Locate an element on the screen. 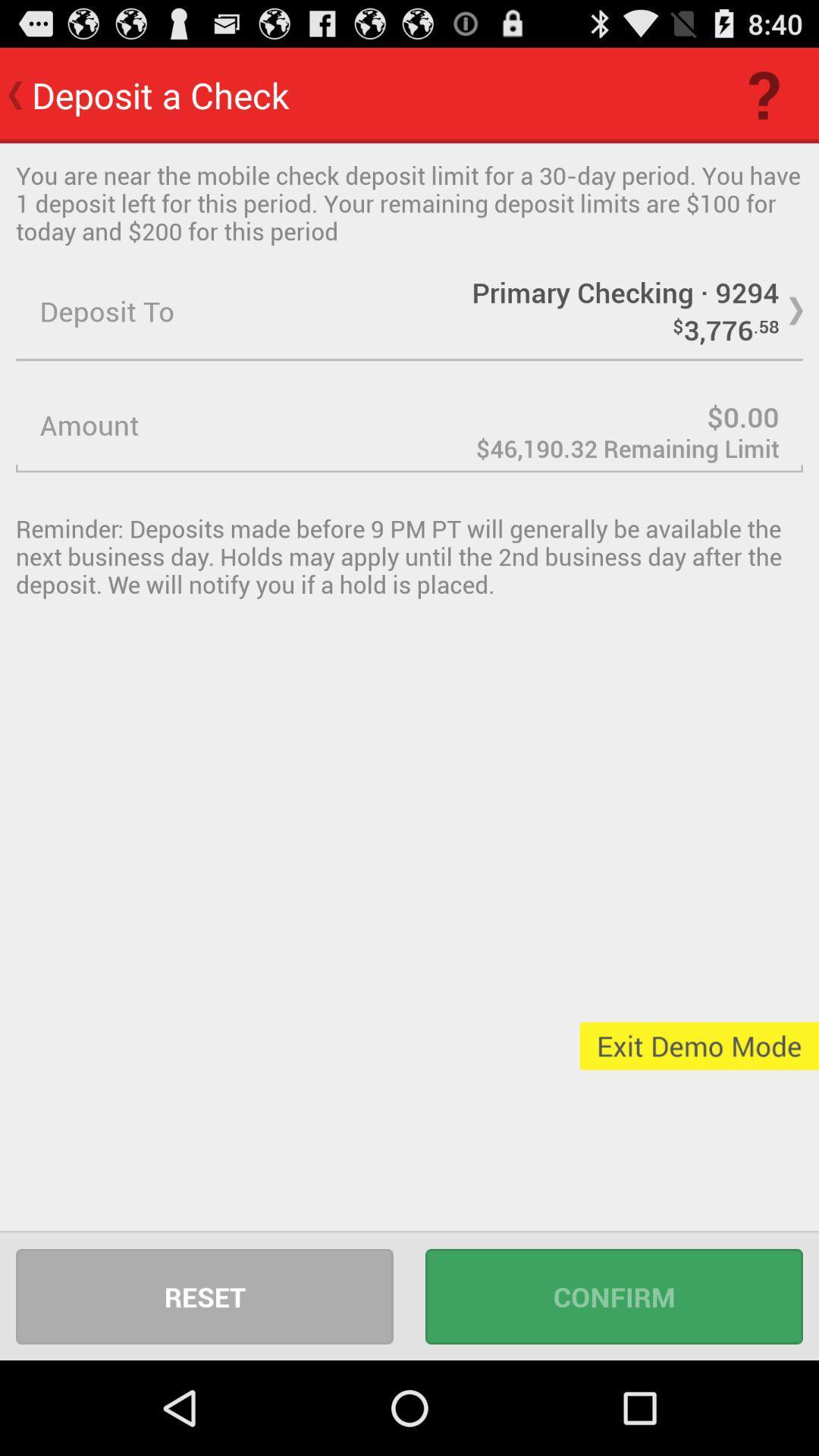 This screenshot has width=819, height=1456. confirm is located at coordinates (614, 1295).